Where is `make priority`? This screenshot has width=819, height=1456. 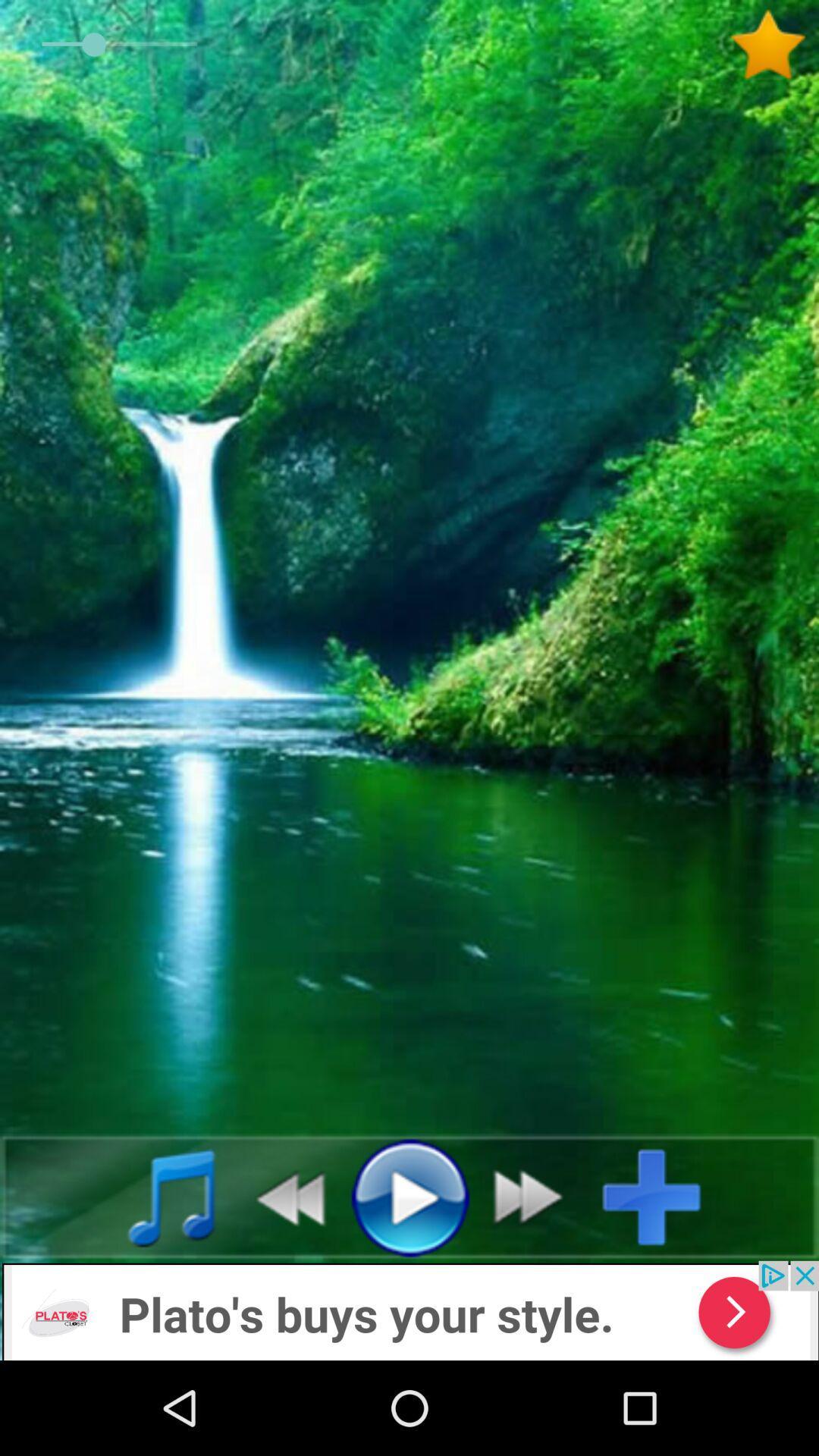 make priority is located at coordinates (773, 45).